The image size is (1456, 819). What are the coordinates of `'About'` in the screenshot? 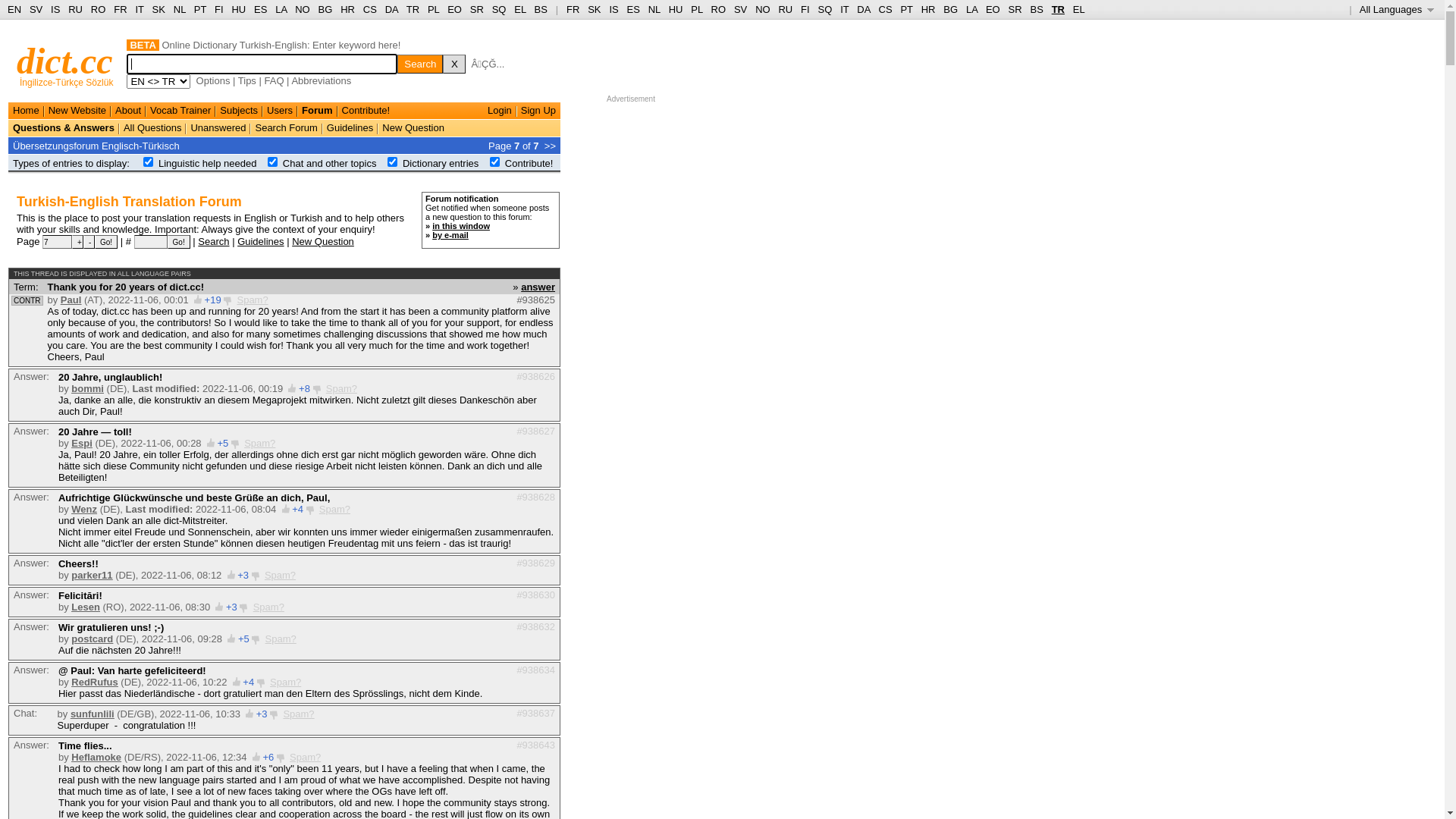 It's located at (127, 109).